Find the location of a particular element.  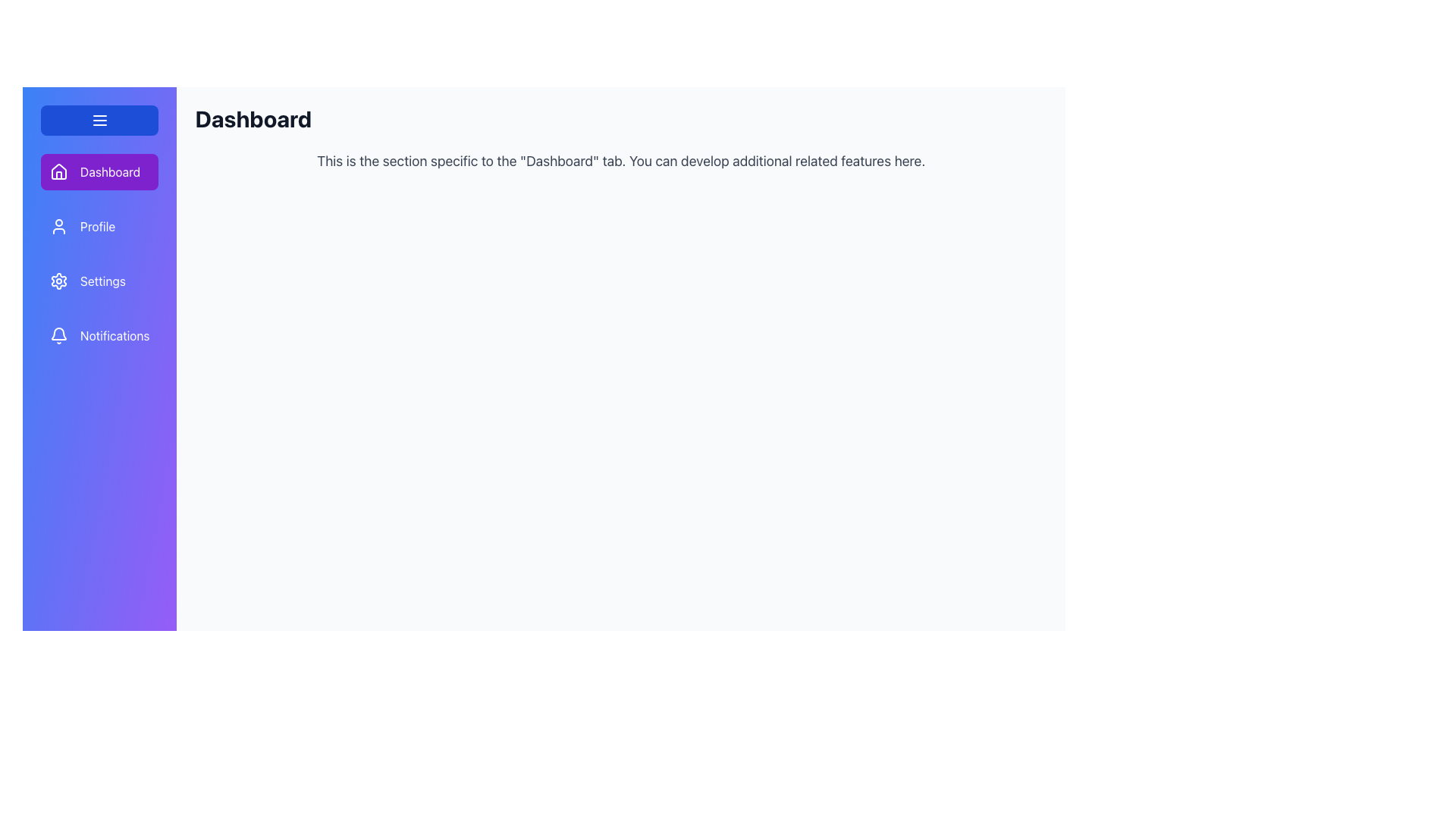

the 'Profile' button in the sidebar for keyboard navigation by moving the mouse pointer to its center is located at coordinates (99, 227).